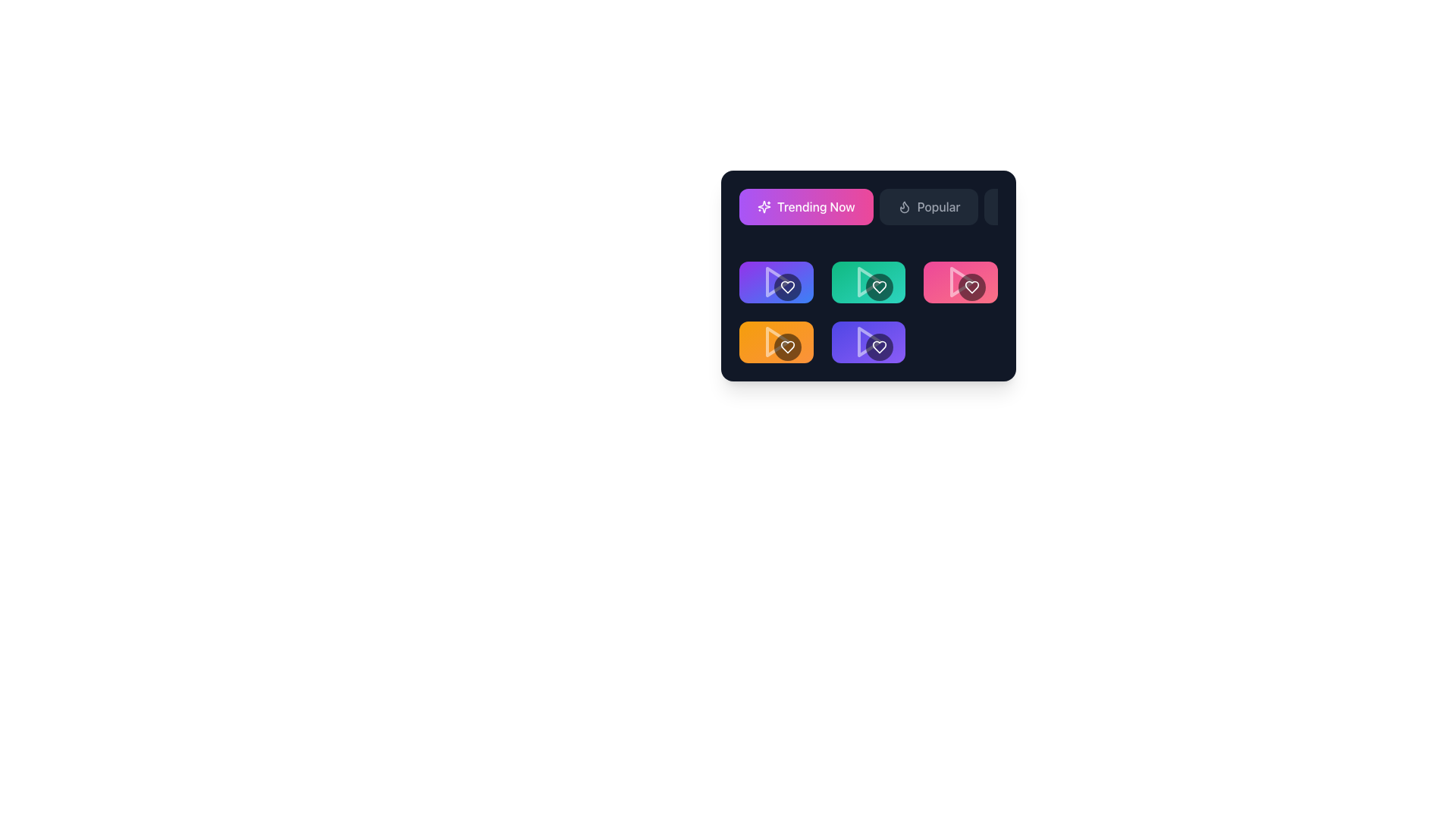 The width and height of the screenshot is (1456, 819). Describe the element at coordinates (868, 342) in the screenshot. I see `the play button located in the purple card at the right end of the bottom row in a grid of six cards to initiate video playback` at that location.